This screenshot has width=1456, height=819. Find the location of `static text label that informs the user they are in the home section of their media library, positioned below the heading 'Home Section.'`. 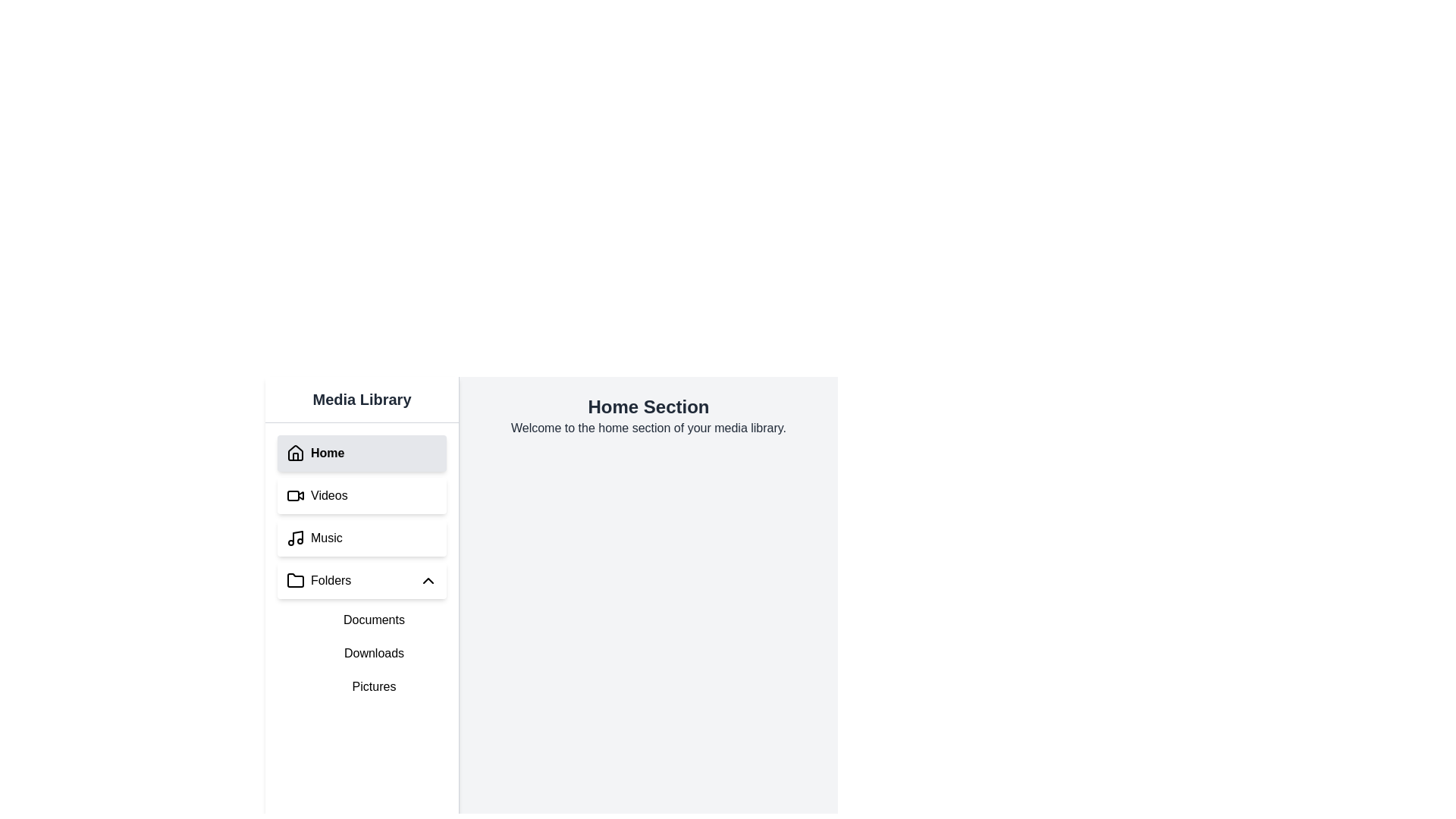

static text label that informs the user they are in the home section of their media library, positioned below the heading 'Home Section.' is located at coordinates (648, 428).